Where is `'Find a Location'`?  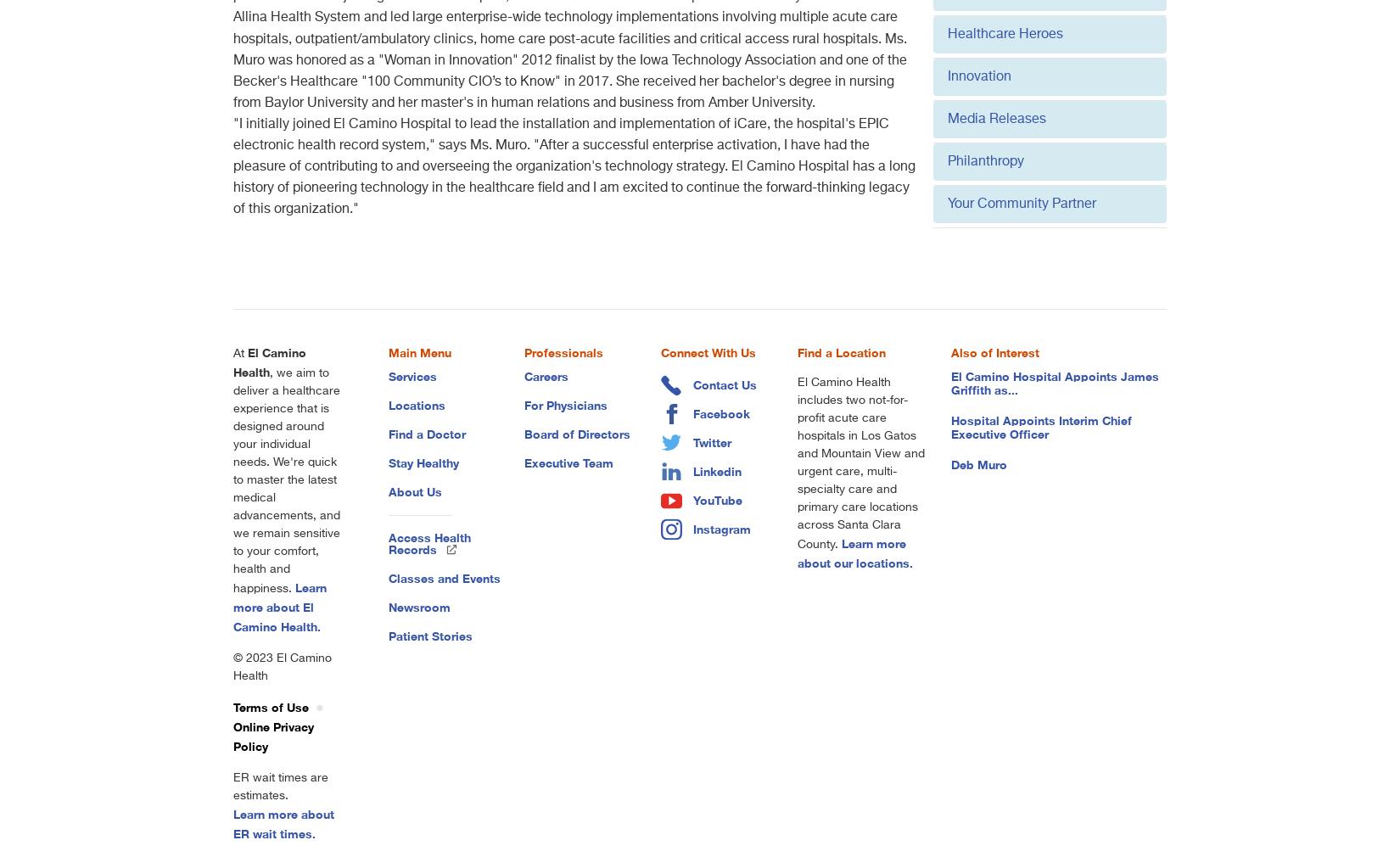
'Find a Location' is located at coordinates (840, 352).